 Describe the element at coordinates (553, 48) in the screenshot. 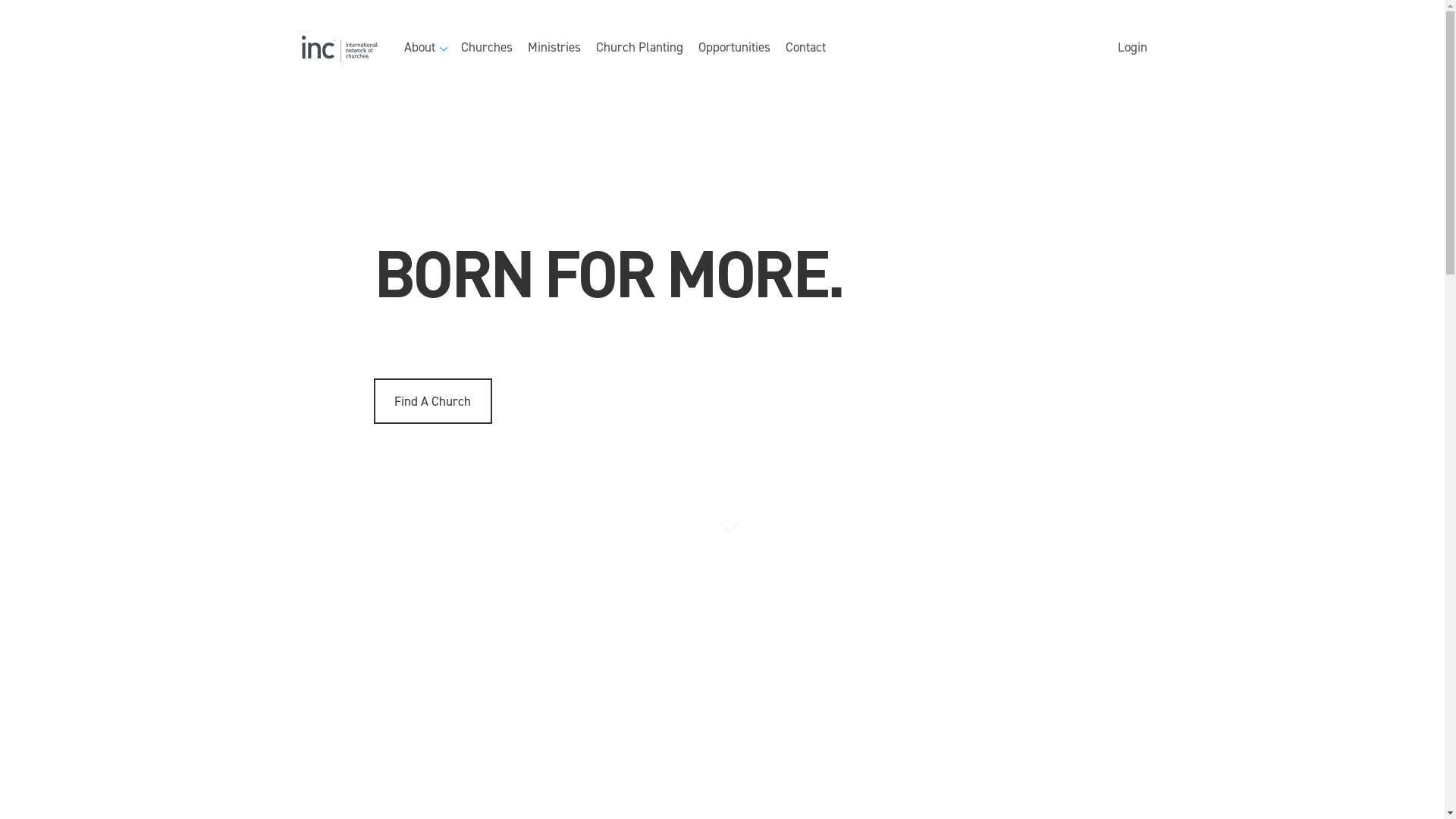

I see `'Ministries'` at that location.